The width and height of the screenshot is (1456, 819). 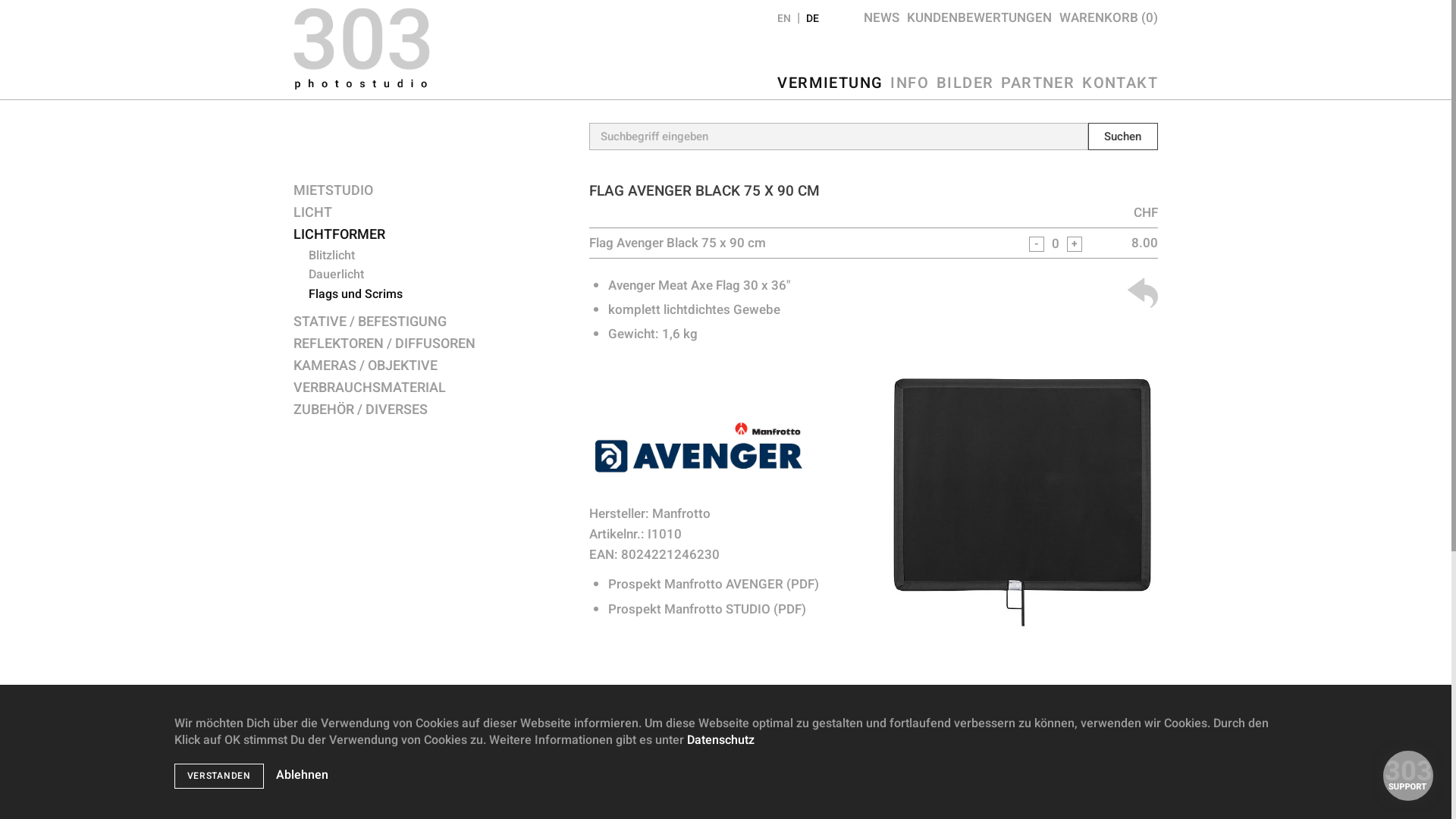 I want to click on 'VERSTANDEN', so click(x=218, y=776).